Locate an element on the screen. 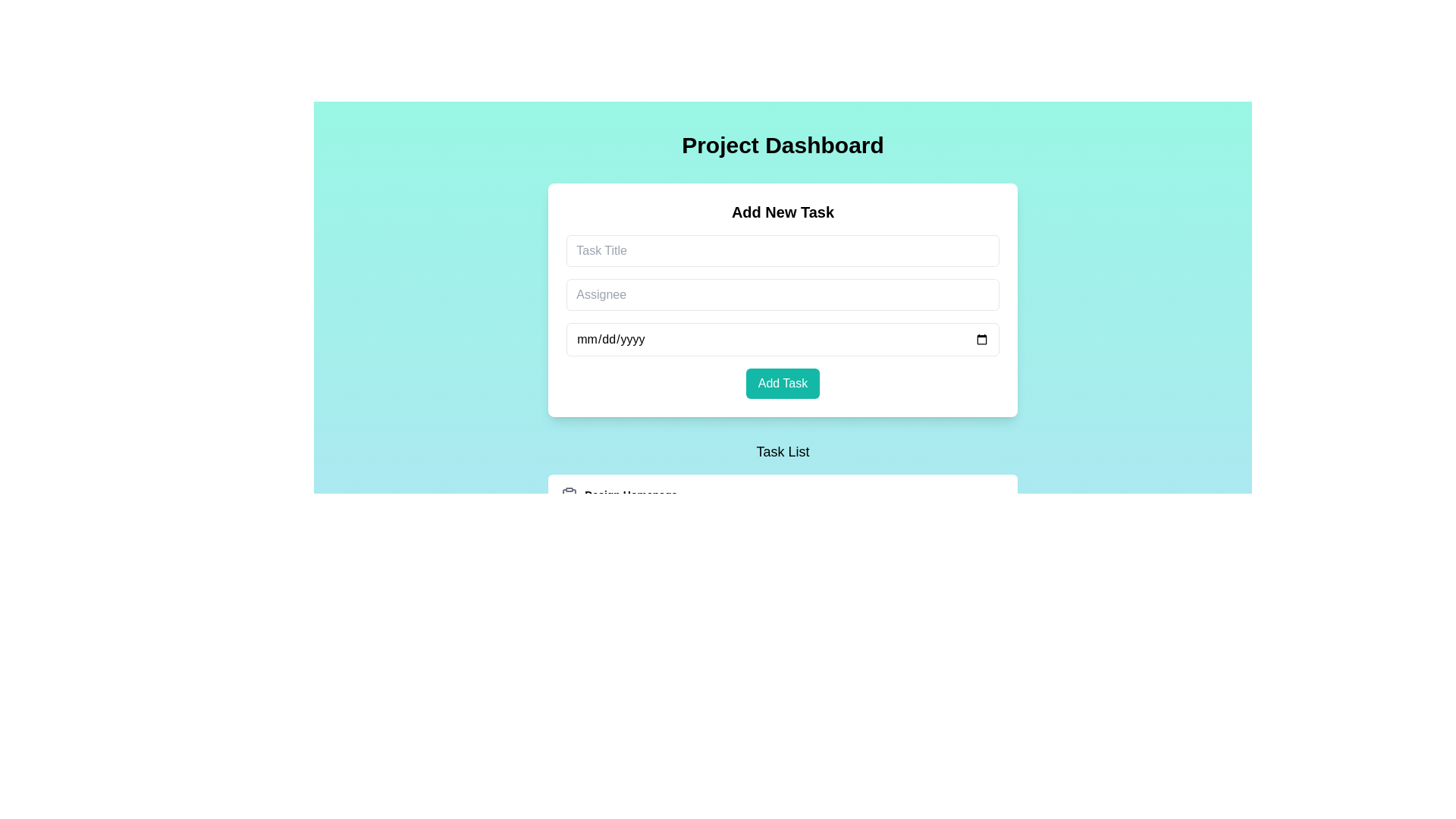  the submit button for adding a new task located at the center-bottom of the 'Add New Task' modal, which is within a gradient teal background is located at coordinates (783, 382).